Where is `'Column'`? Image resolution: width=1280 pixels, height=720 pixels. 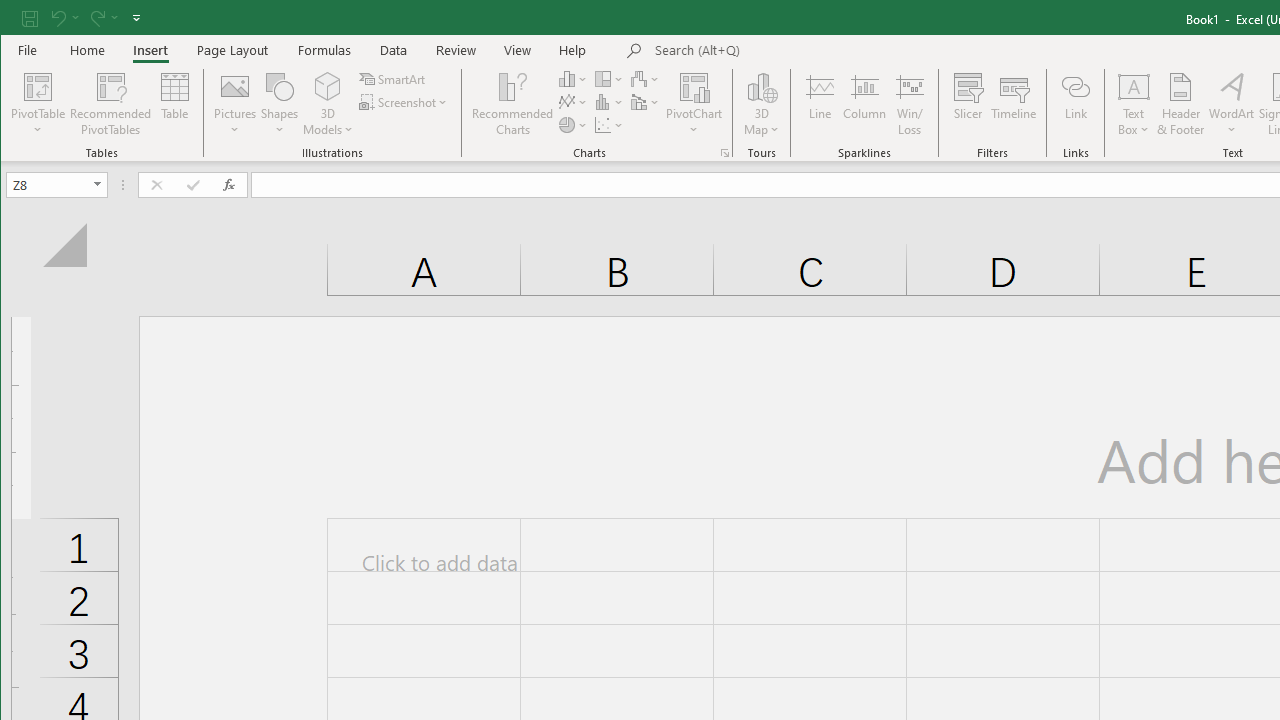 'Column' is located at coordinates (865, 104).